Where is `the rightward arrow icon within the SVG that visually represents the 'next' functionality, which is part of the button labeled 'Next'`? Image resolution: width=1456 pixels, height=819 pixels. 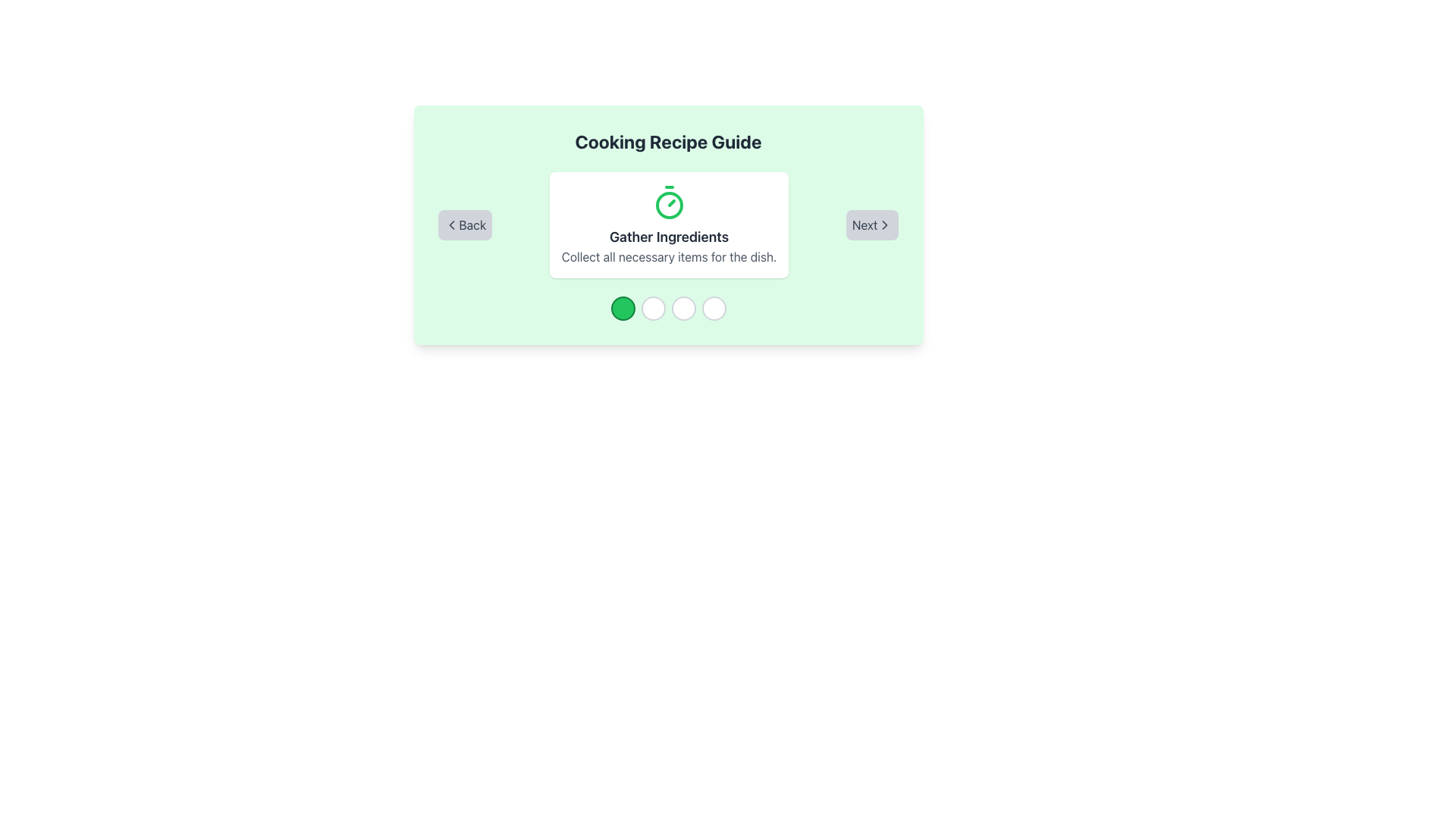
the rightward arrow icon within the SVG that visually represents the 'next' functionality, which is part of the button labeled 'Next' is located at coordinates (885, 225).